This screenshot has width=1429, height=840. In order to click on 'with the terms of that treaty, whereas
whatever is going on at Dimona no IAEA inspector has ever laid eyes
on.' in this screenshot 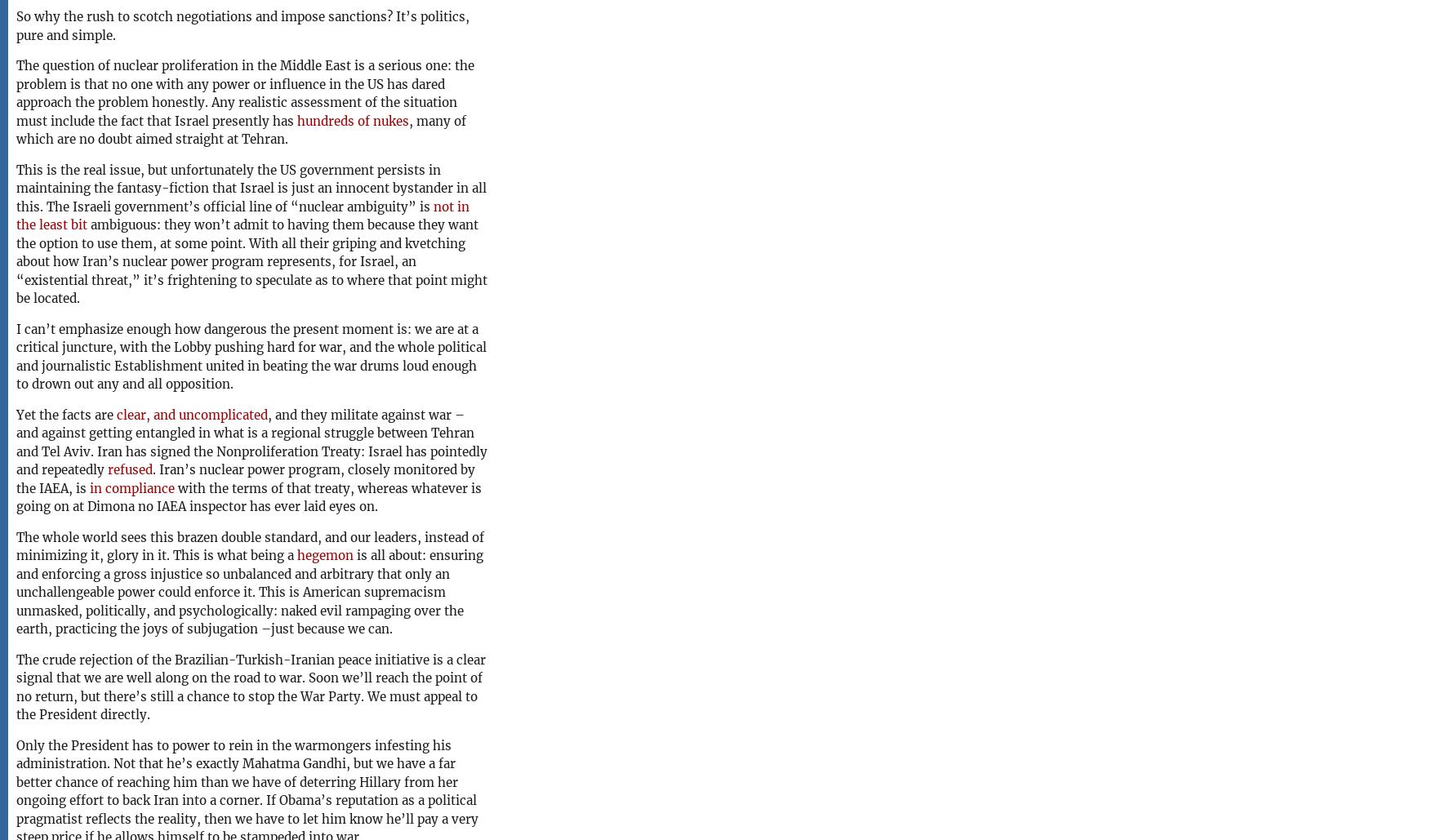, I will do `click(248, 496)`.